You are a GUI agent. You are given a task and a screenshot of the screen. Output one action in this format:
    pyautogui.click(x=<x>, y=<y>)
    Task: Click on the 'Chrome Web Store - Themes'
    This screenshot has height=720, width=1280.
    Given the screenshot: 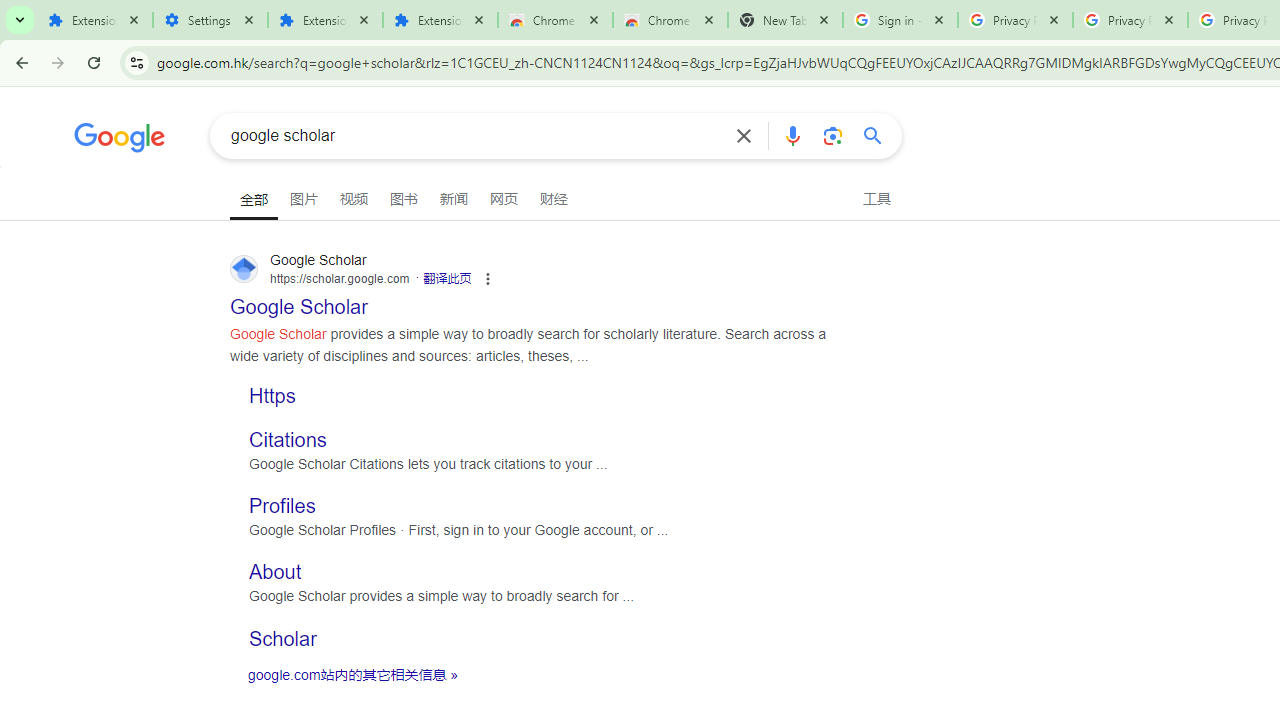 What is the action you would take?
    pyautogui.click(x=670, y=20)
    